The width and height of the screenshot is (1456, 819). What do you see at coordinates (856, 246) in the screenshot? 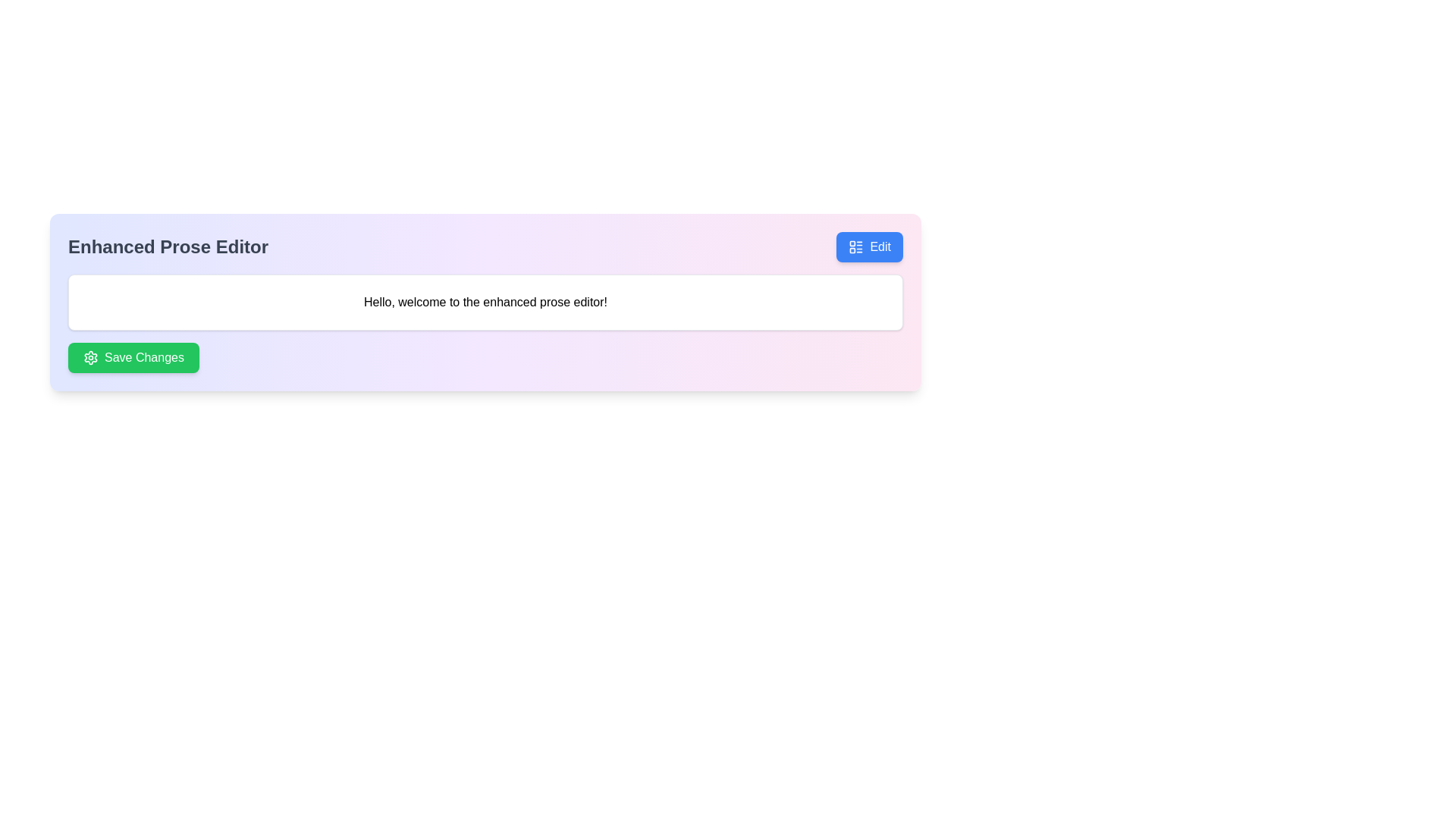
I see `the 'Edit' button located at the top-right corner of the 'Enhanced Prose Editor' panel, which contains an icon styled with lines representing a list layout` at bounding box center [856, 246].